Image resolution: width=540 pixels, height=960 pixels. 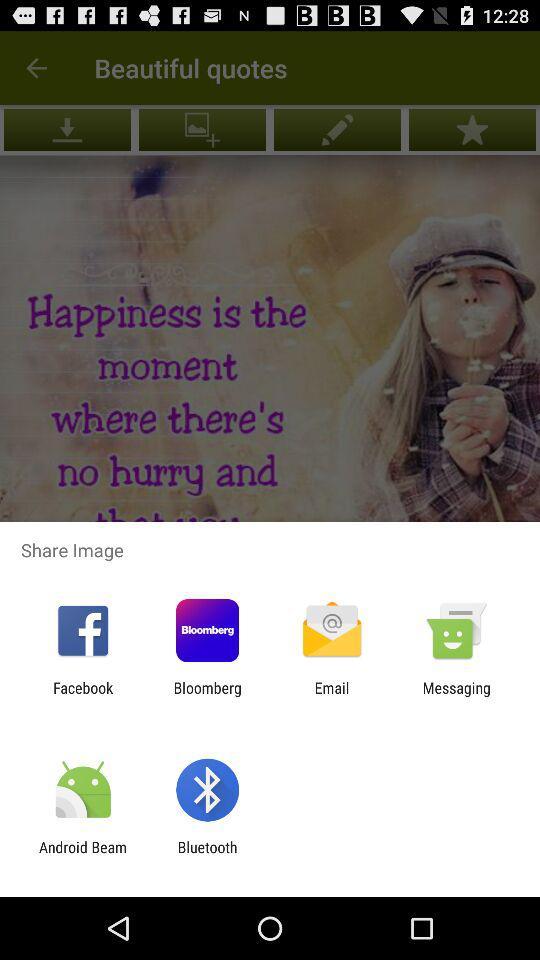 I want to click on item to the left of bluetooth app, so click(x=82, y=855).